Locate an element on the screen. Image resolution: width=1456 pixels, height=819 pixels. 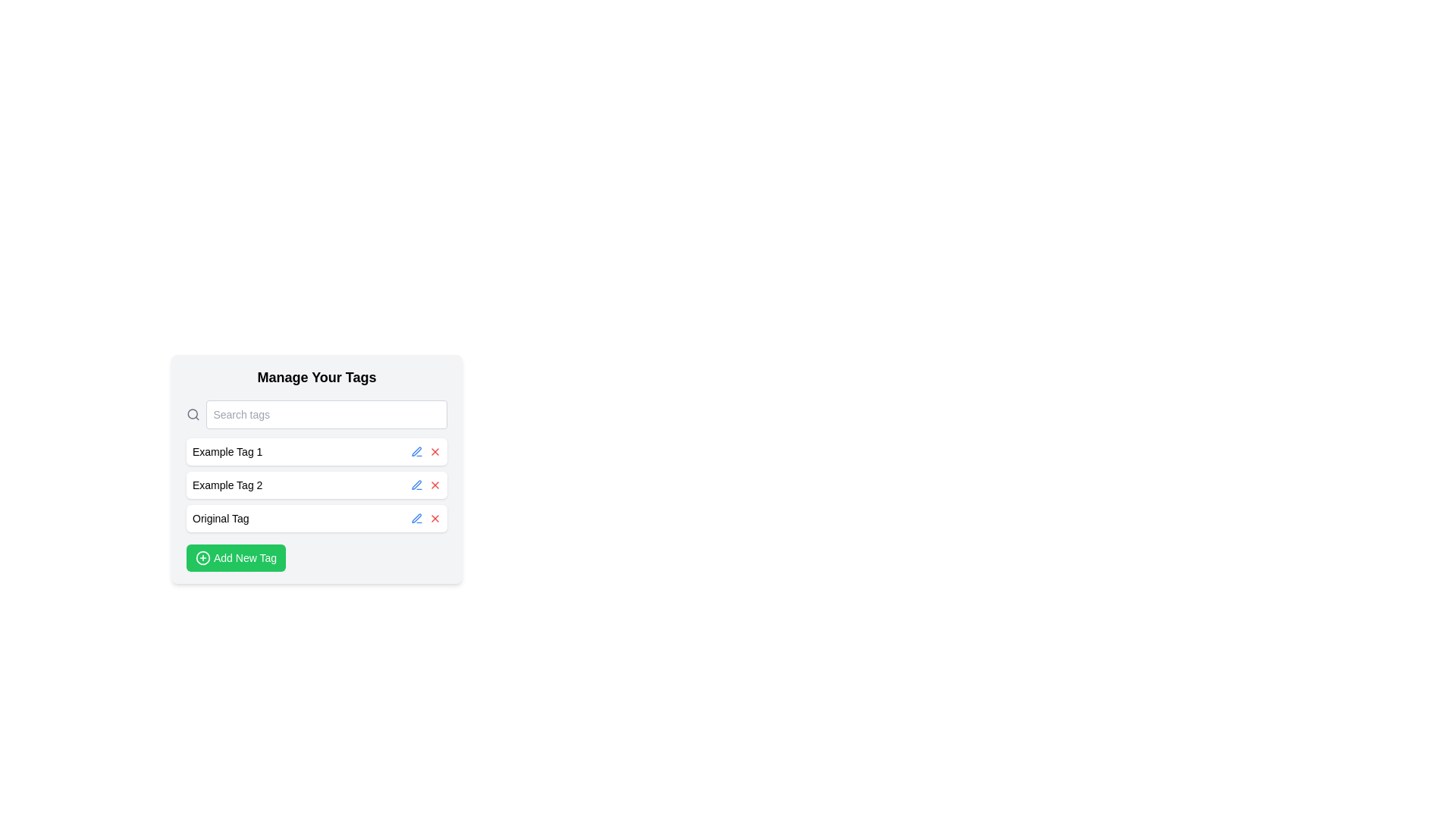
the magnifying glass icon located at the far left side of the search bar, before the 'Search tags' text input field is located at coordinates (193, 415).